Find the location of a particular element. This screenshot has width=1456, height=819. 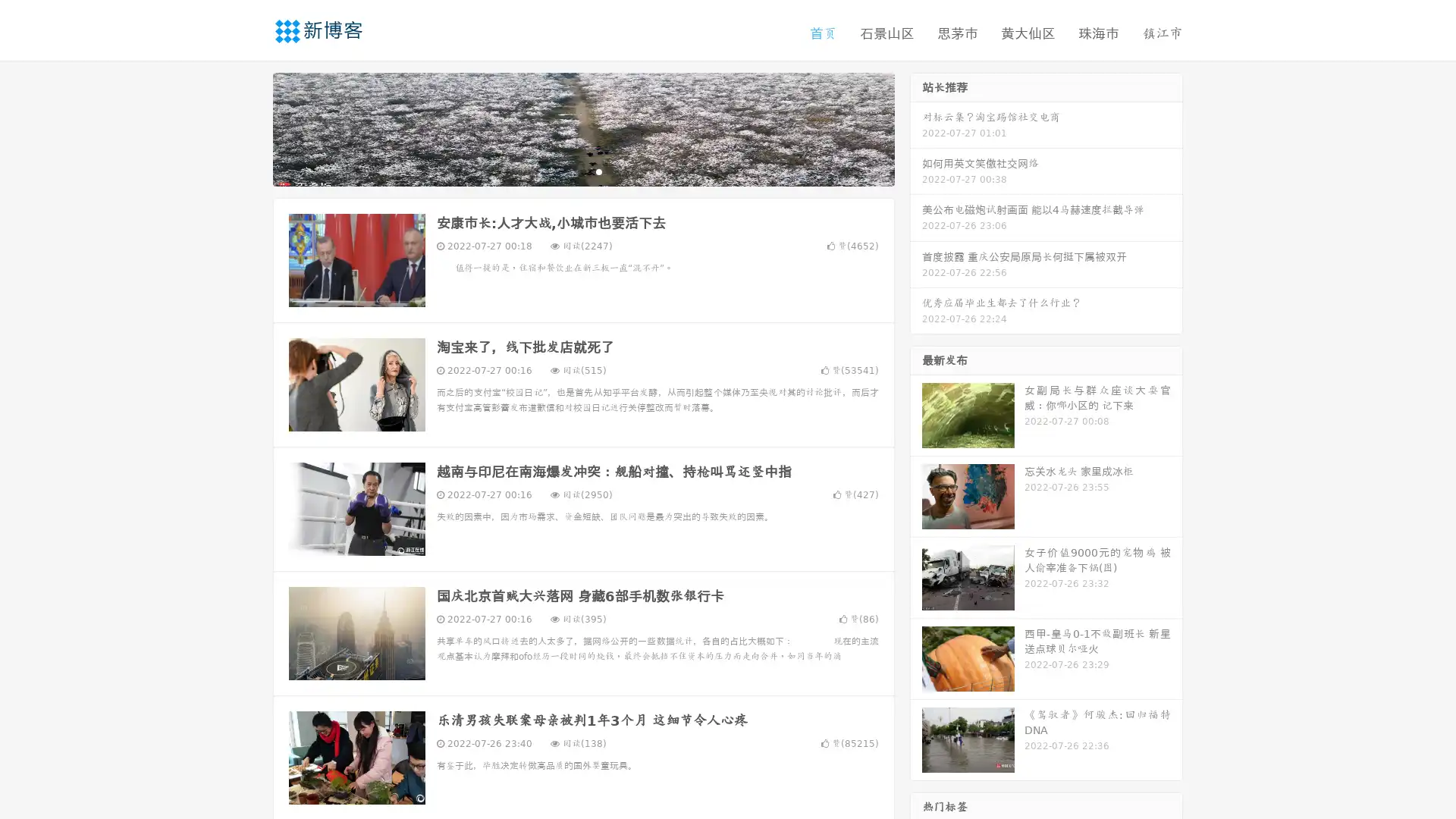

Go to slide 2 is located at coordinates (582, 171).